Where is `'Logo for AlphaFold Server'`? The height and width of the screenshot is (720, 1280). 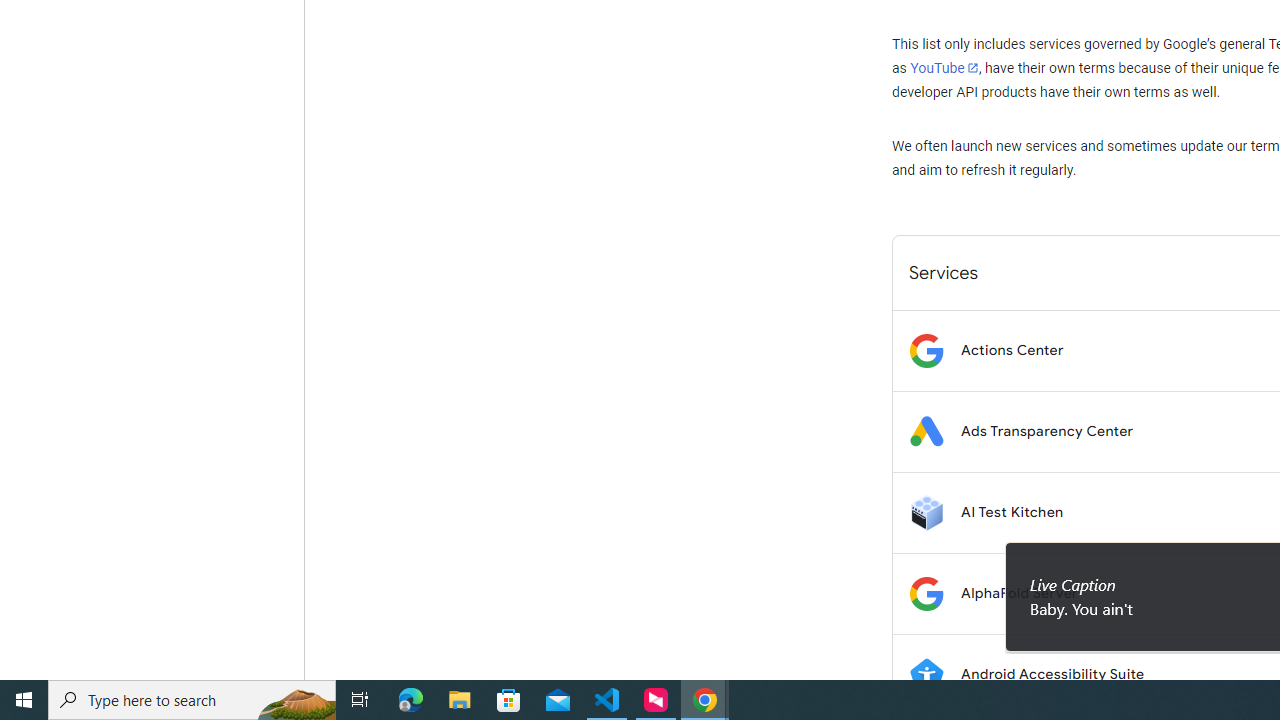
'Logo for AlphaFold Server' is located at coordinates (925, 592).